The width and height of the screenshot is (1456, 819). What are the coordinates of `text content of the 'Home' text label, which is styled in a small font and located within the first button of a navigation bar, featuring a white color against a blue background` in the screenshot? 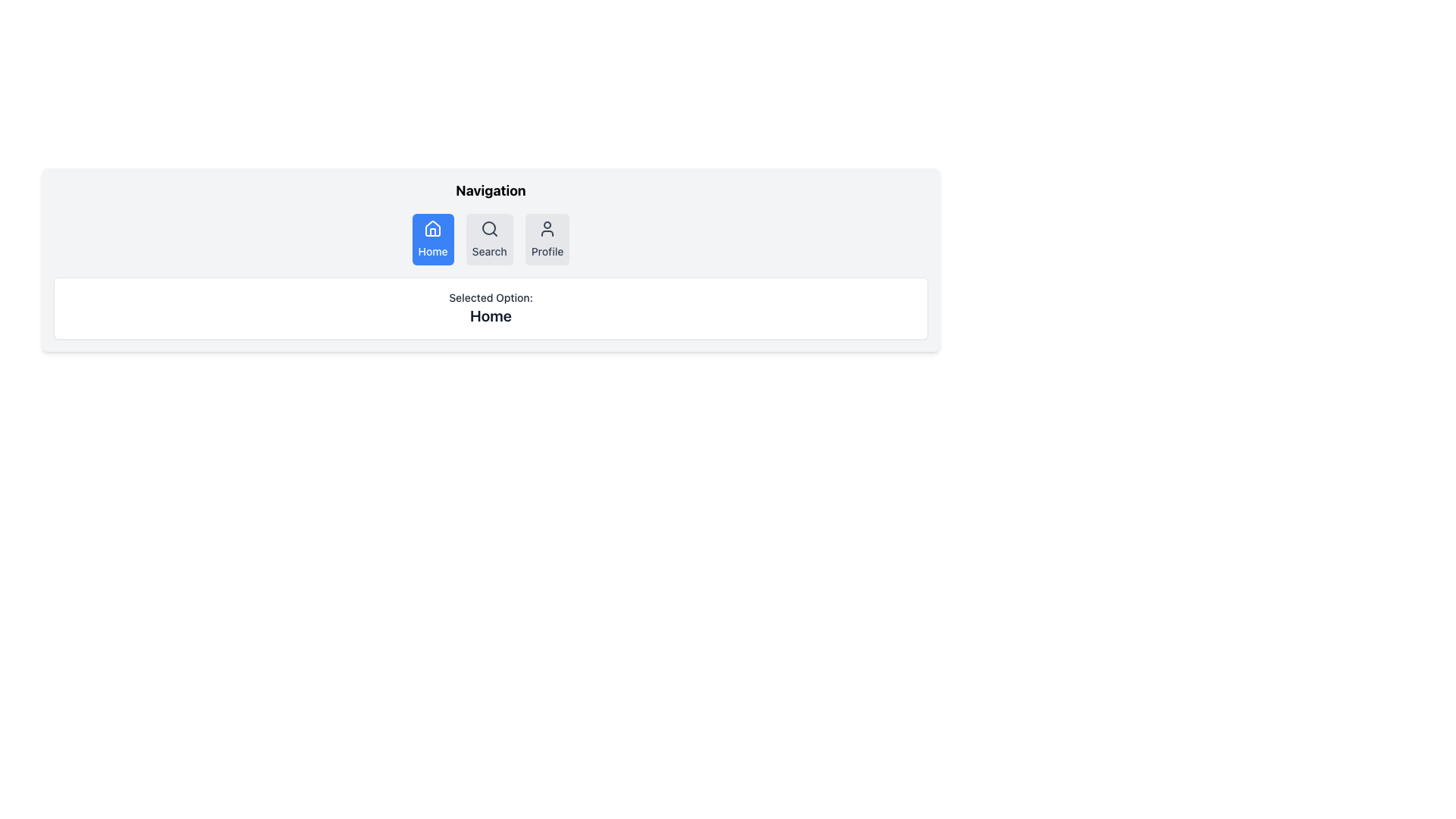 It's located at (432, 250).